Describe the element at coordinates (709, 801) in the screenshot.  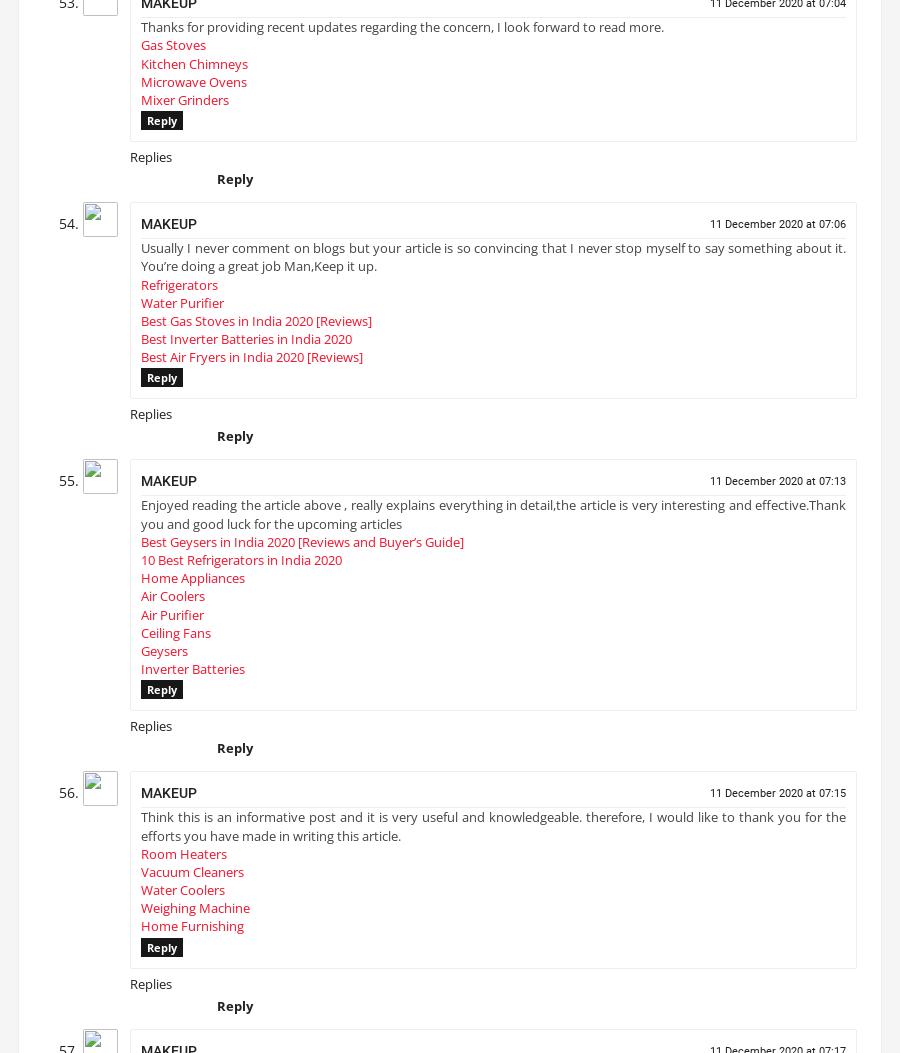
I see `'11 December 2020 at 07:15'` at that location.